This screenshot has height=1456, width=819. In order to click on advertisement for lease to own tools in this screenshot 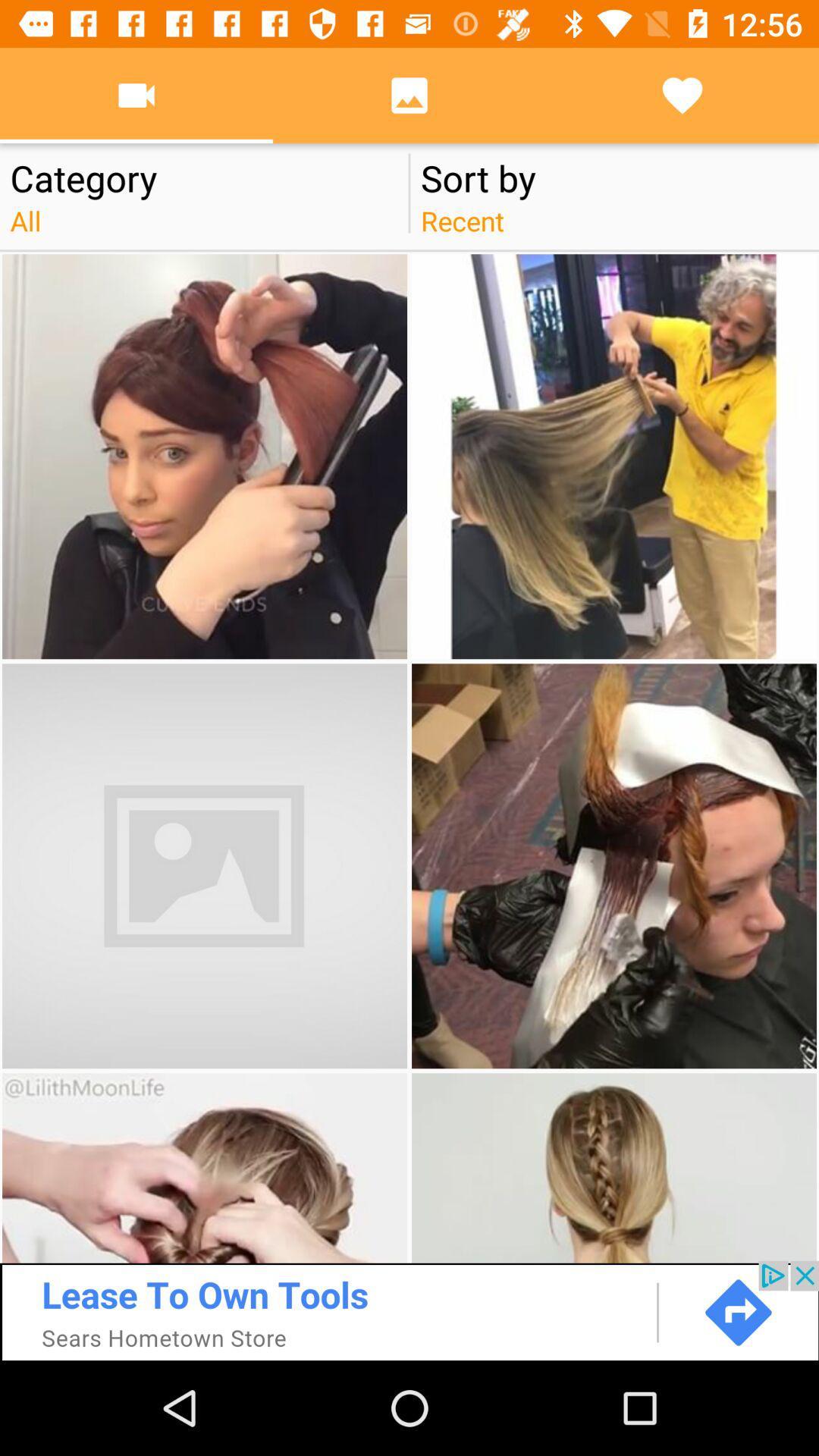, I will do `click(409, 1310)`.